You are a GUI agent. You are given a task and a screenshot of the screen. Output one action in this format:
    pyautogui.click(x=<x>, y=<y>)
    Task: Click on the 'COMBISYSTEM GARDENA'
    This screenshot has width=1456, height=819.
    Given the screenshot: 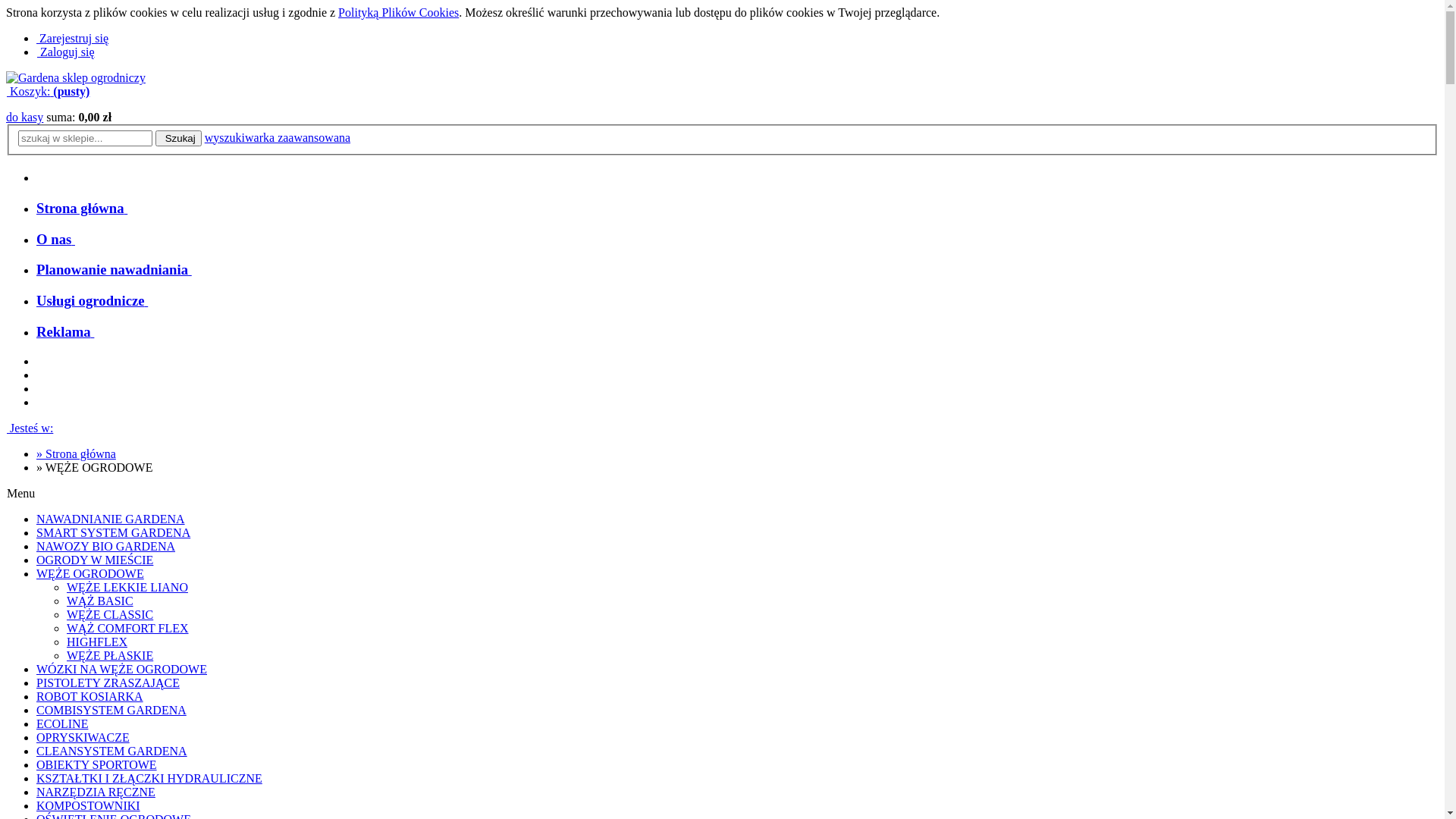 What is the action you would take?
    pyautogui.click(x=111, y=710)
    